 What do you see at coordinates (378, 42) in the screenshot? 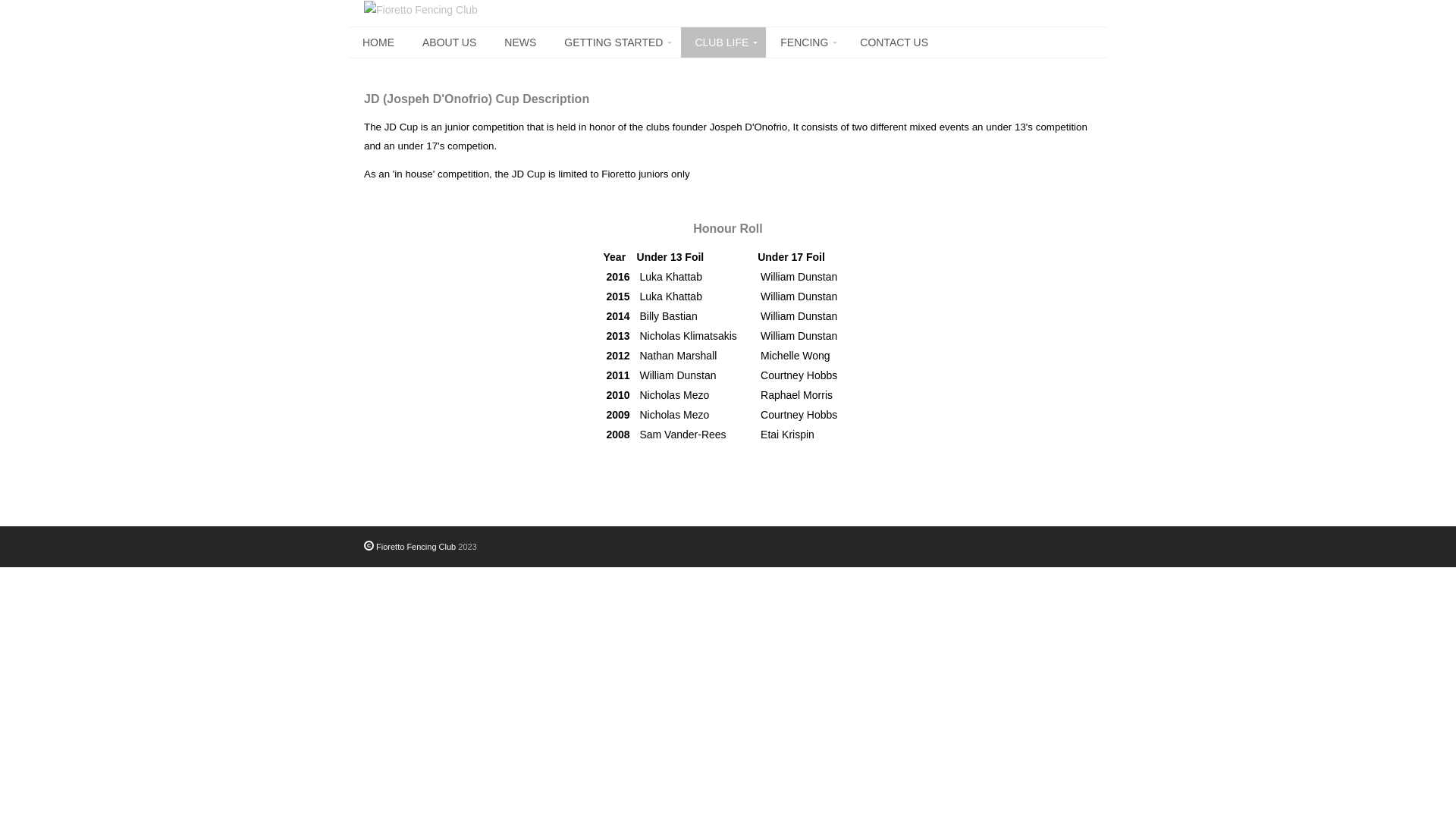
I see `'HOME'` at bounding box center [378, 42].